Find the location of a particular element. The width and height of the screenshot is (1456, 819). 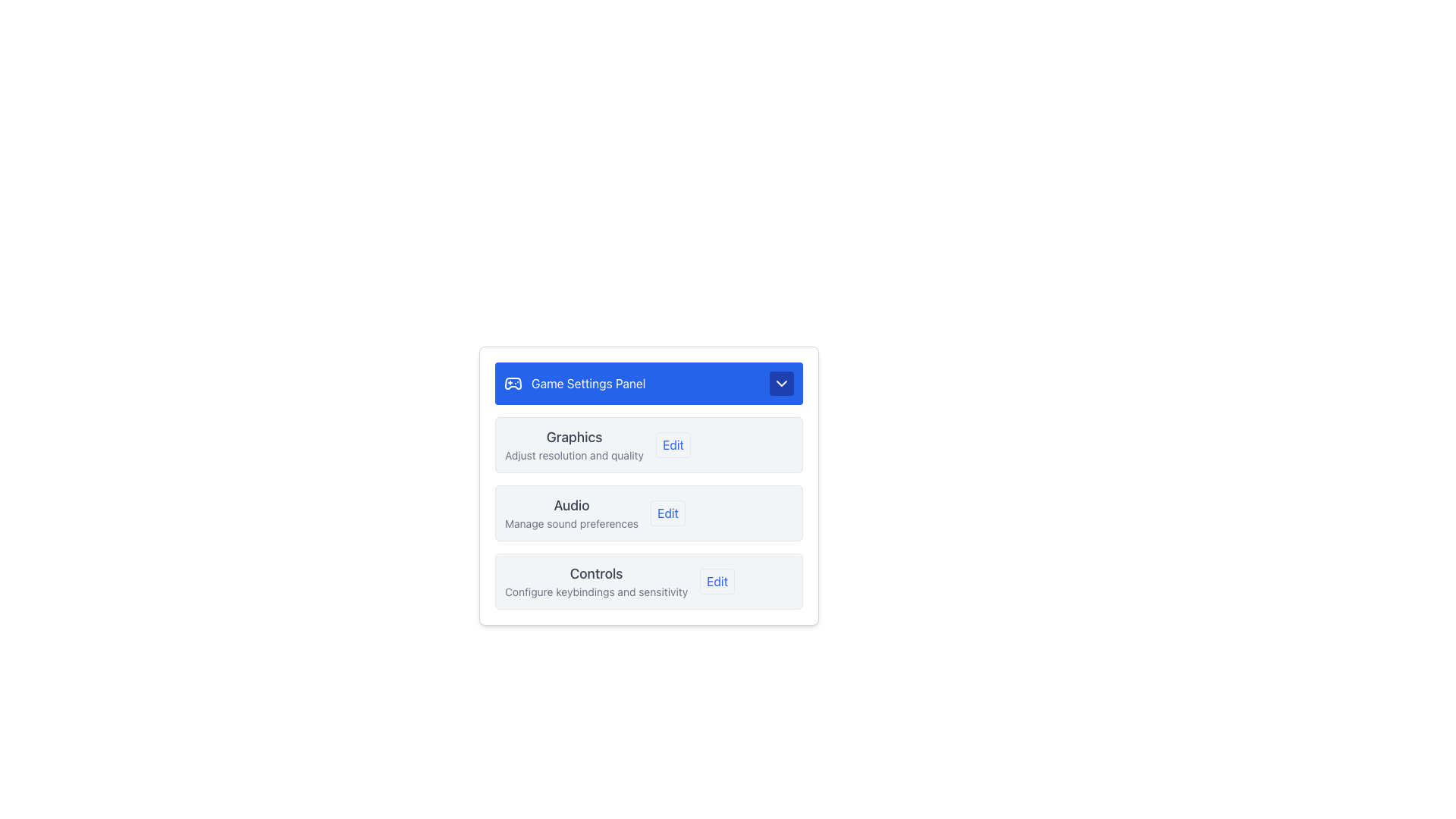

the text label displaying 'Audio' in a medium-sized, bold gray font, located within the settings panel under the 'Audio' section is located at coordinates (570, 506).